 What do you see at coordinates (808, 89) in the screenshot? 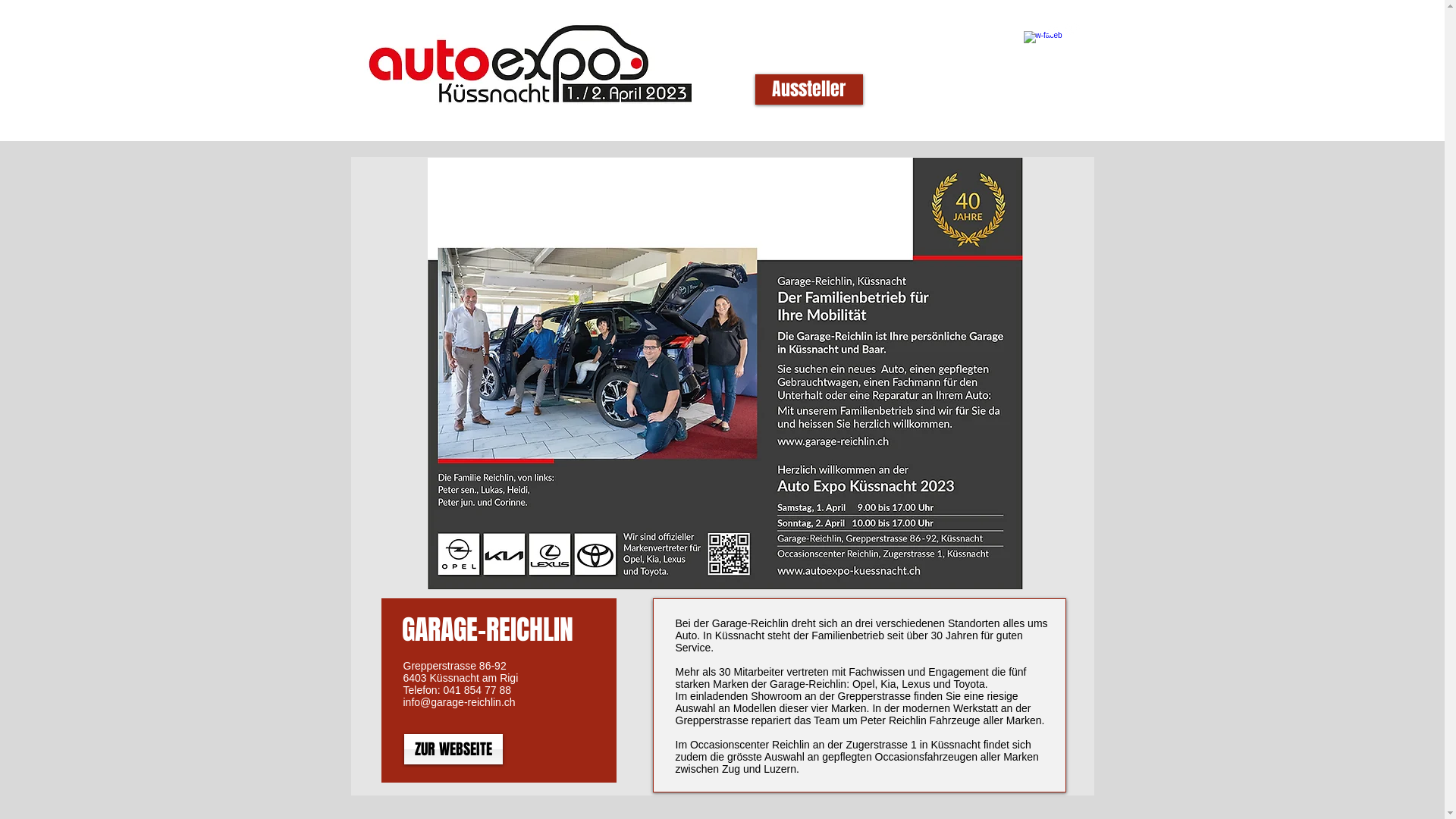
I see `'Aussteller'` at bounding box center [808, 89].